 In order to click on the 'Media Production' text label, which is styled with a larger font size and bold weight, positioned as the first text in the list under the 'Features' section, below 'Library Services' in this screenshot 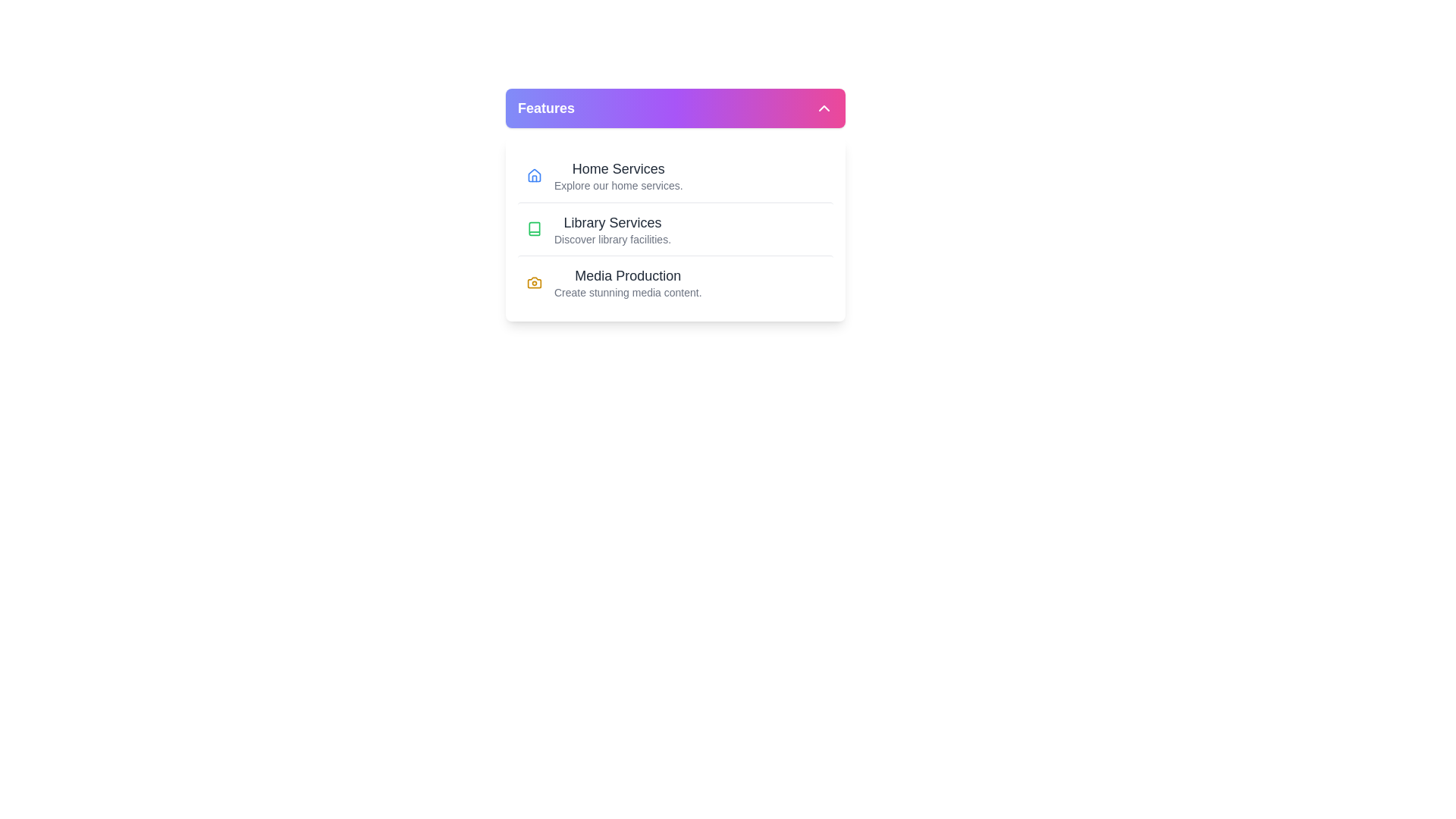, I will do `click(628, 275)`.